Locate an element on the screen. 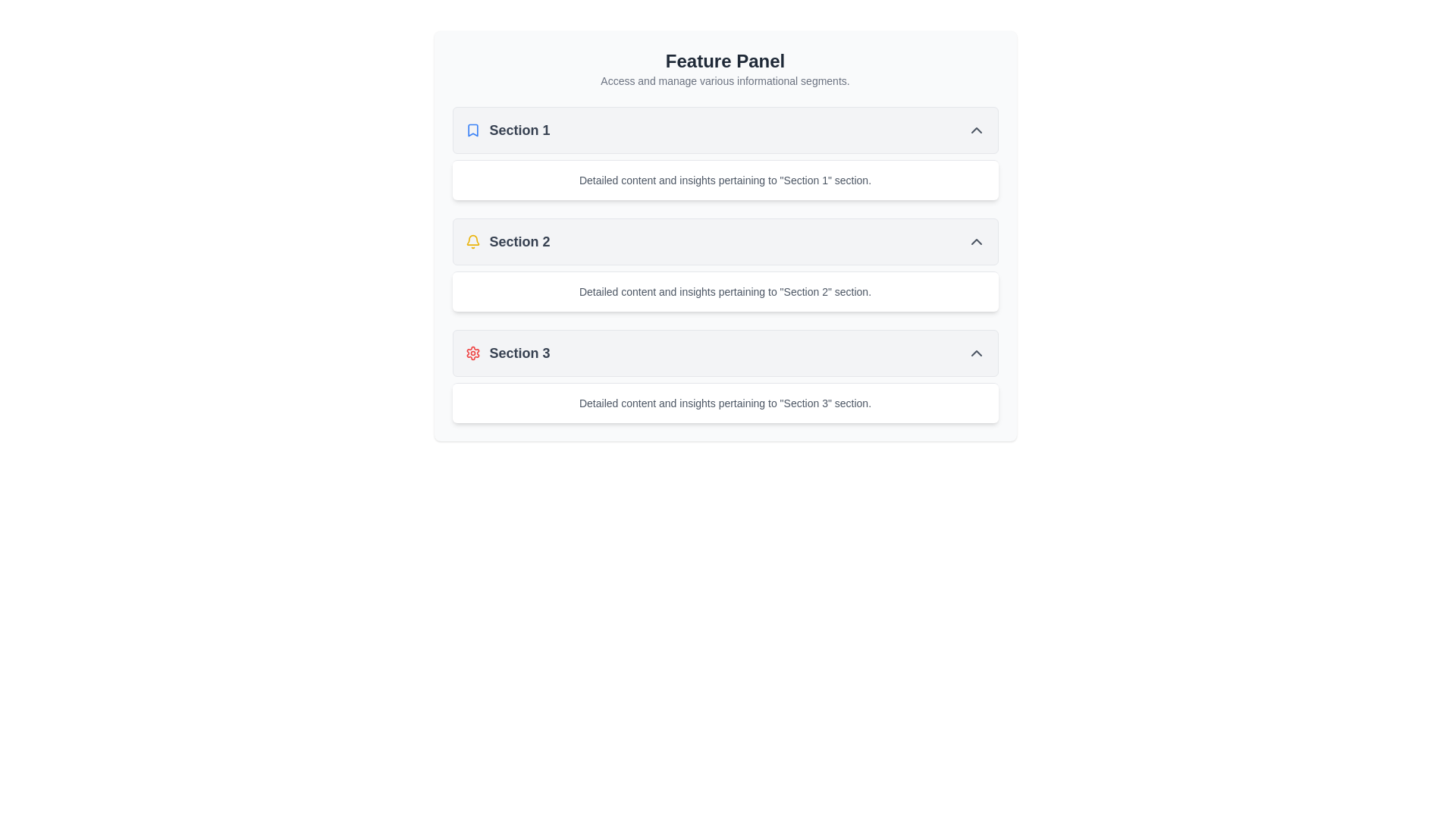  the bookmark icon located to the left of the bolded text label 'Section 1', which is the leftmost item in its group within a vertical list layout is located at coordinates (472, 130).